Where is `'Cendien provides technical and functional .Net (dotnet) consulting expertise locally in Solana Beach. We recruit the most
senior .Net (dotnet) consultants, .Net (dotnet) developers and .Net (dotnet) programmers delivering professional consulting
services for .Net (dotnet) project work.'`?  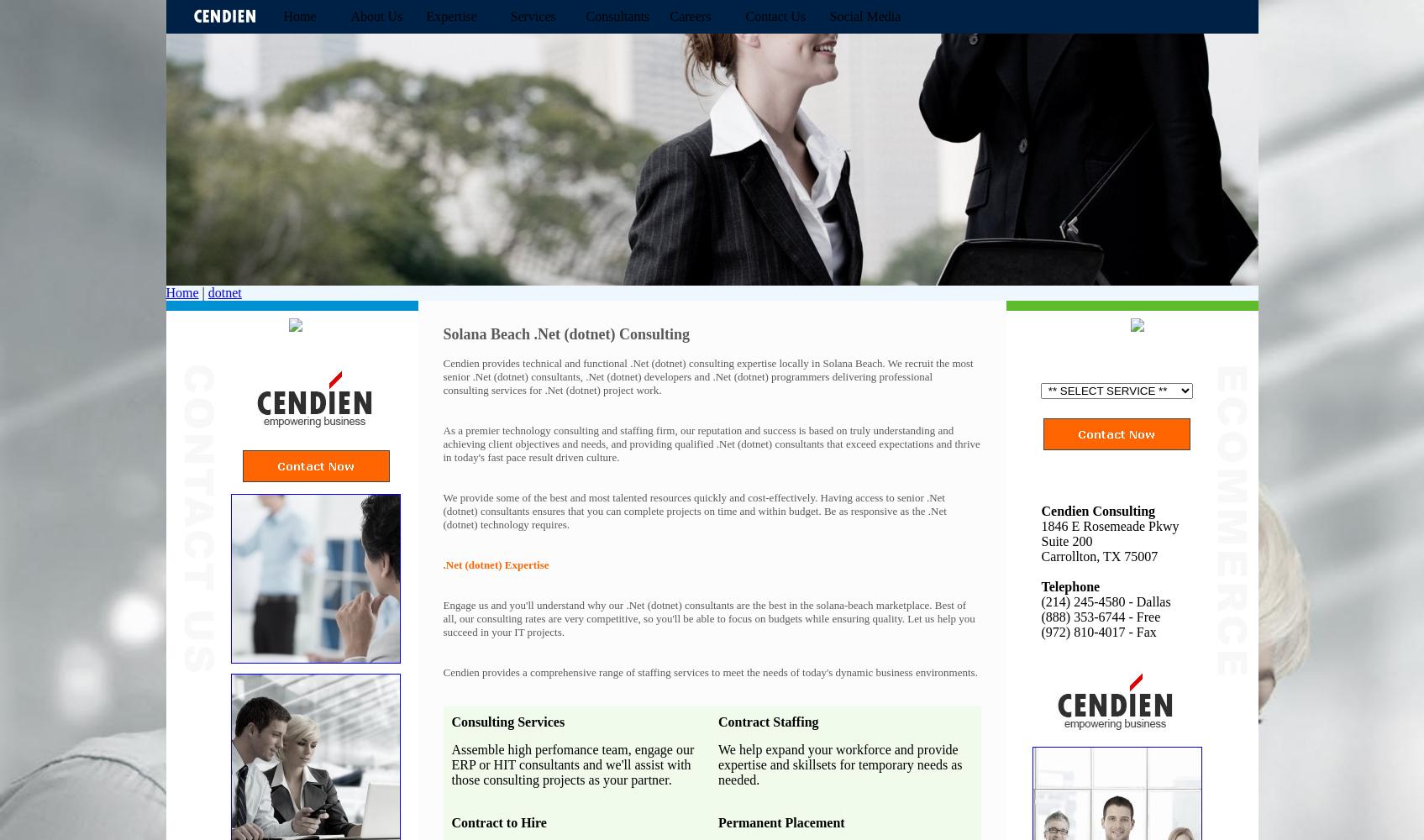
'Cendien provides technical and functional .Net (dotnet) consulting expertise locally in Solana Beach. We recruit the most
senior .Net (dotnet) consultants, .Net (dotnet) developers and .Net (dotnet) programmers delivering professional consulting
services for .Net (dotnet) project work.' is located at coordinates (442, 375).